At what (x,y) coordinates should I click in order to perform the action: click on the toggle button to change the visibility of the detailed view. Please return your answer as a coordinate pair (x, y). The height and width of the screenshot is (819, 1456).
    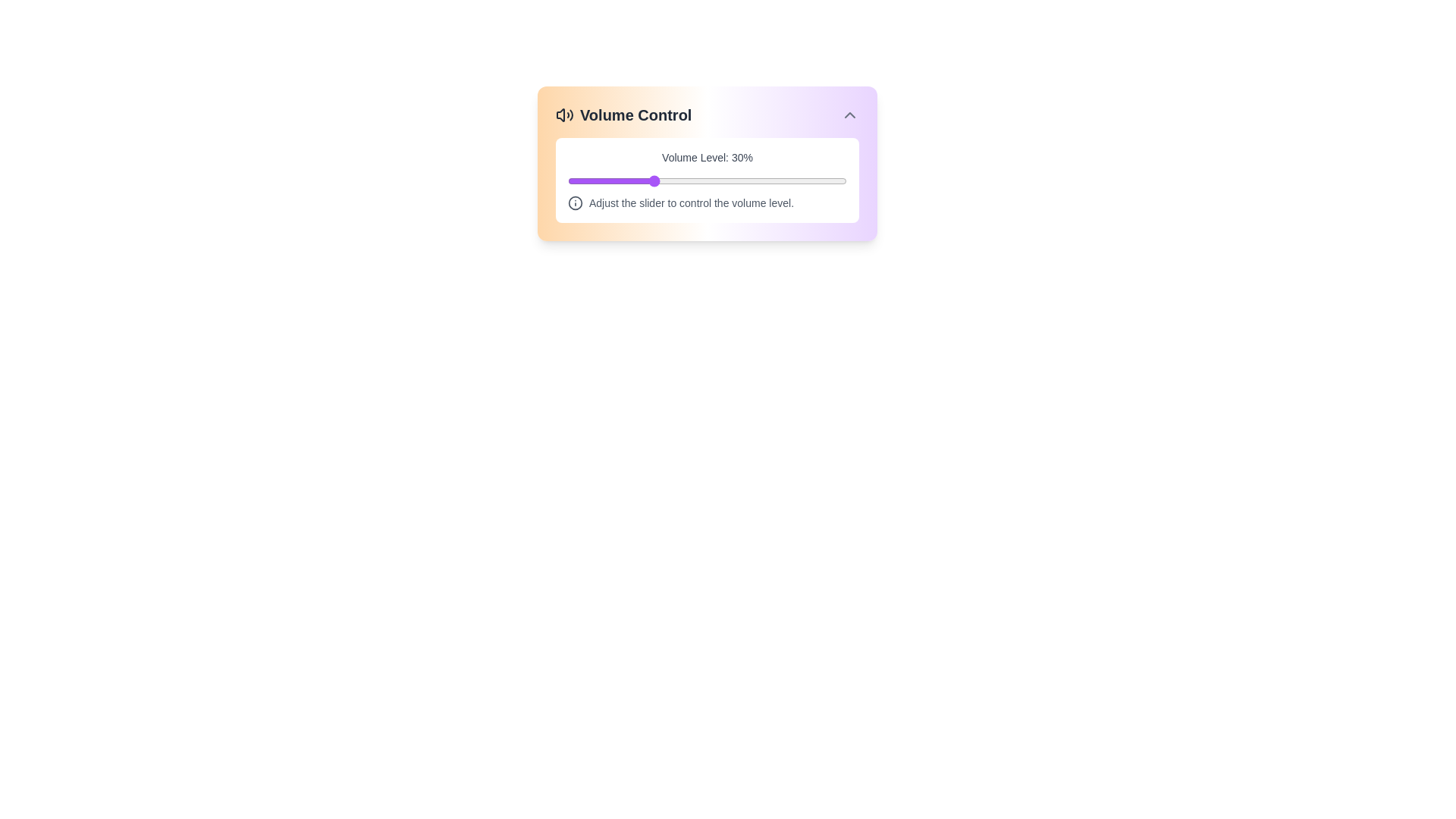
    Looking at the image, I should click on (850, 114).